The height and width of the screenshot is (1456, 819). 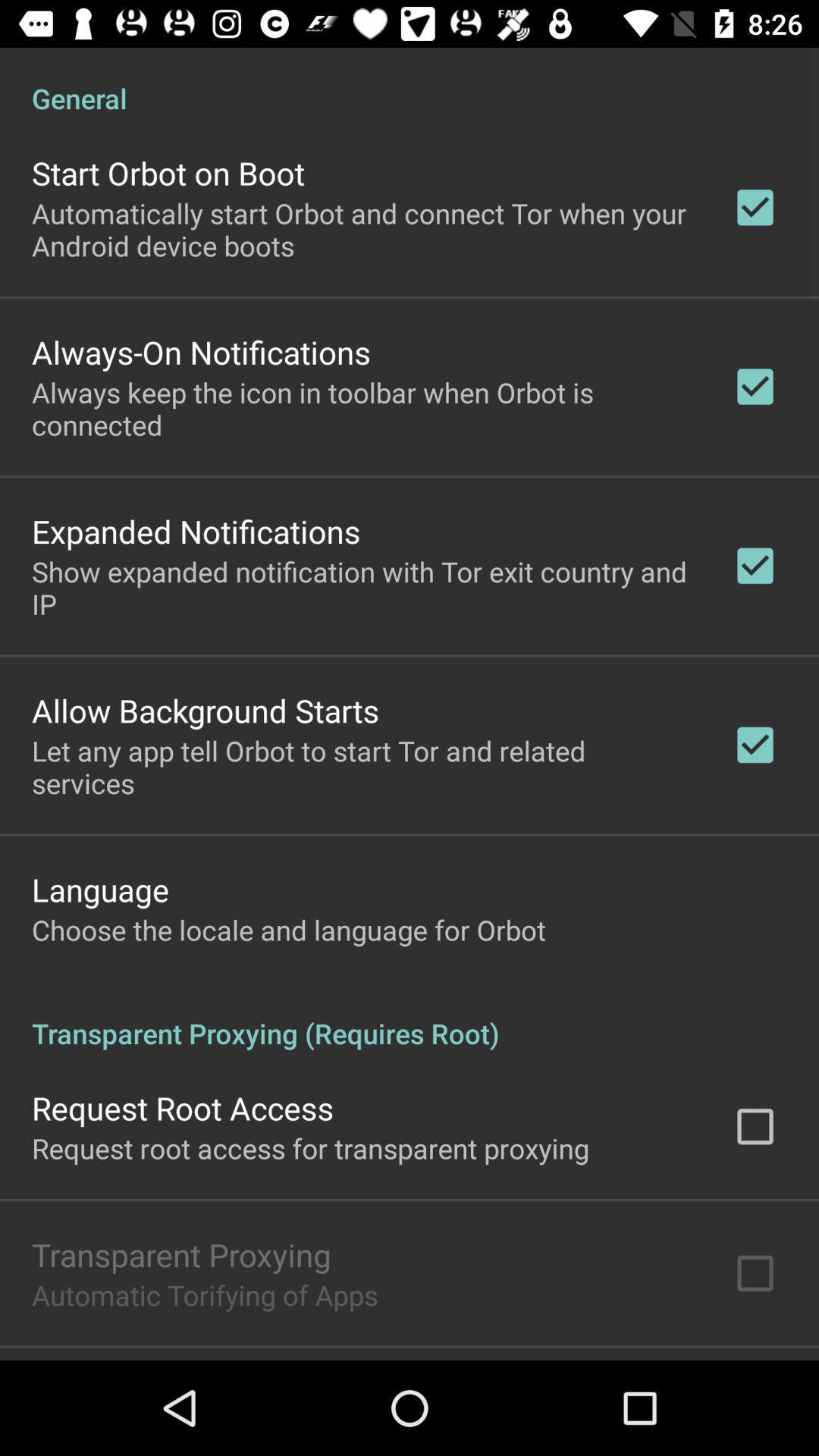 I want to click on the app below the transparent proxying app, so click(x=205, y=1294).